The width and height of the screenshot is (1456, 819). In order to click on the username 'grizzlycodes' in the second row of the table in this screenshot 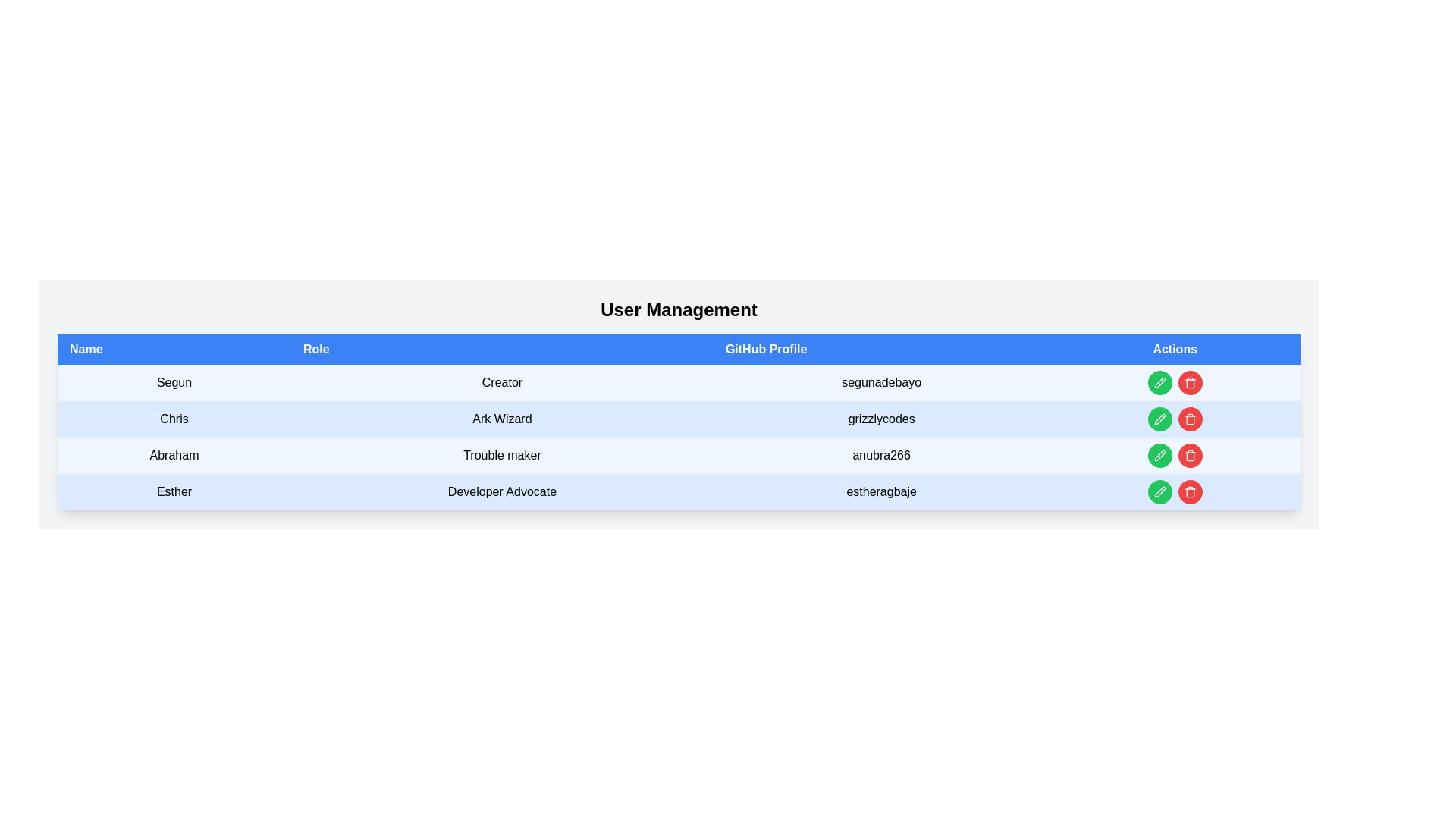, I will do `click(678, 419)`.